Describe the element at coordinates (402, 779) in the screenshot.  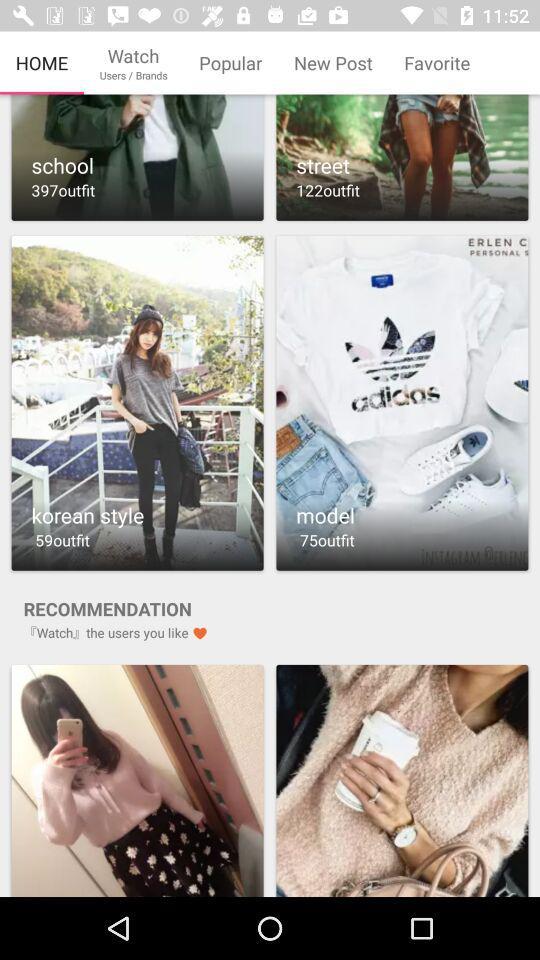
I see `open page` at that location.